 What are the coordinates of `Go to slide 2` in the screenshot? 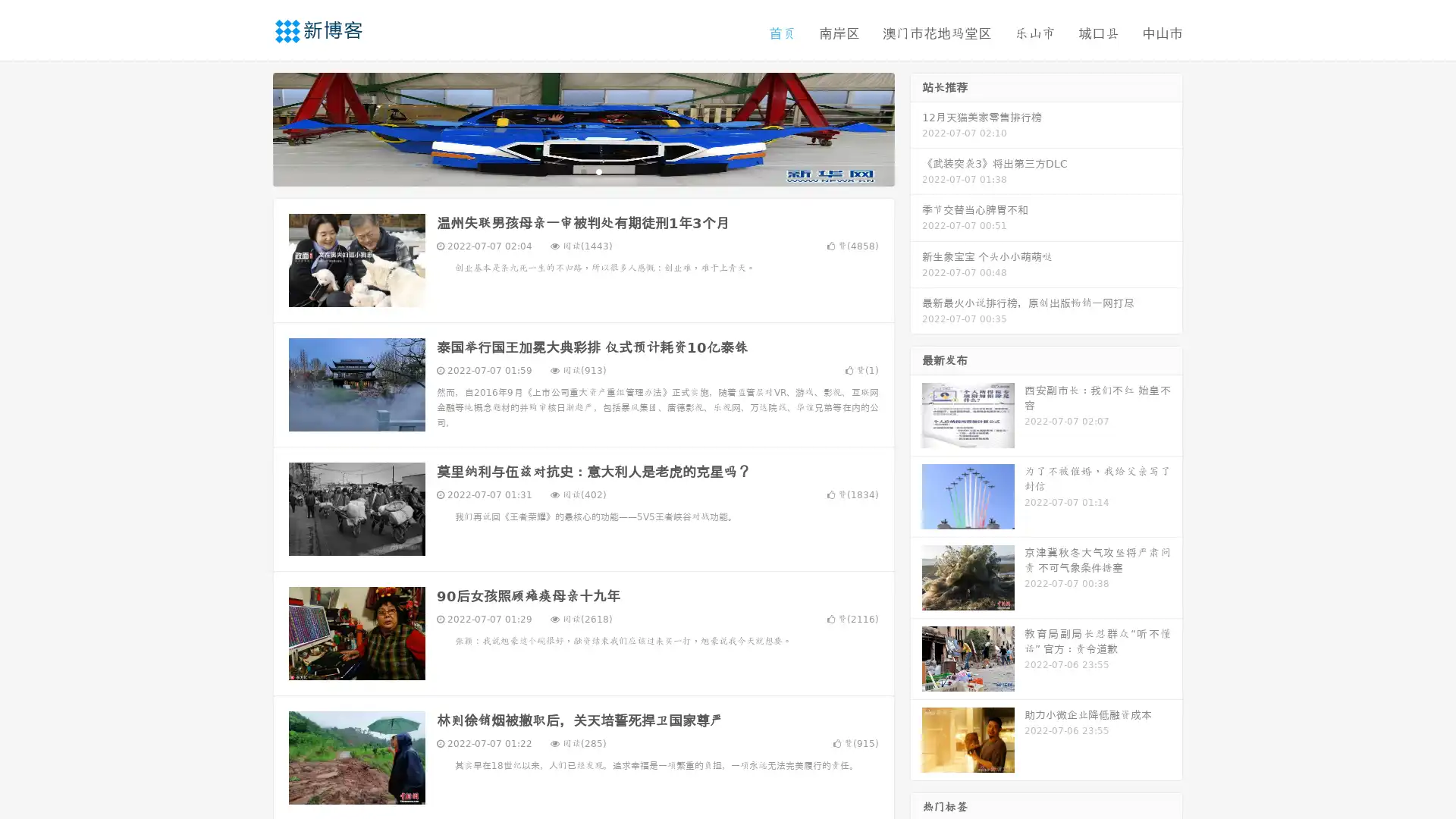 It's located at (582, 171).